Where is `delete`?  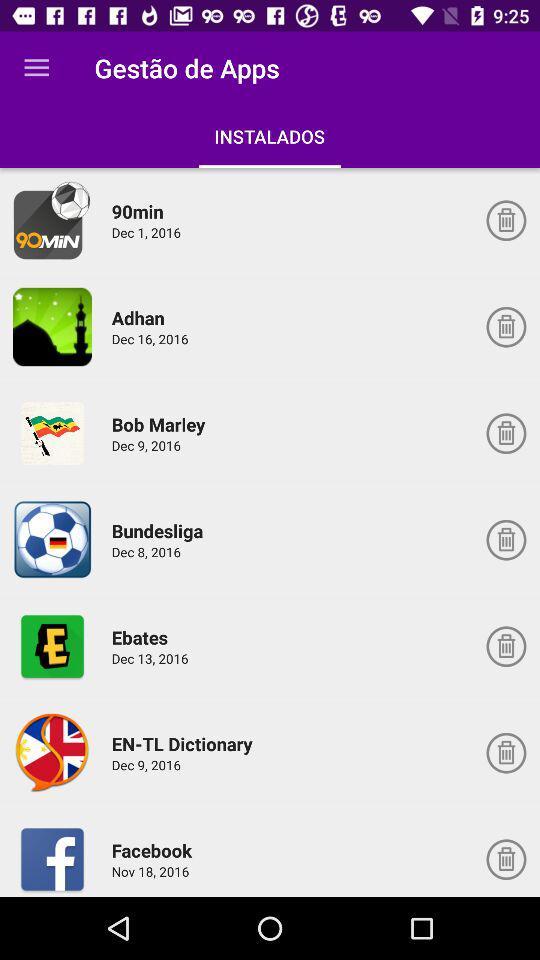
delete is located at coordinates (505, 858).